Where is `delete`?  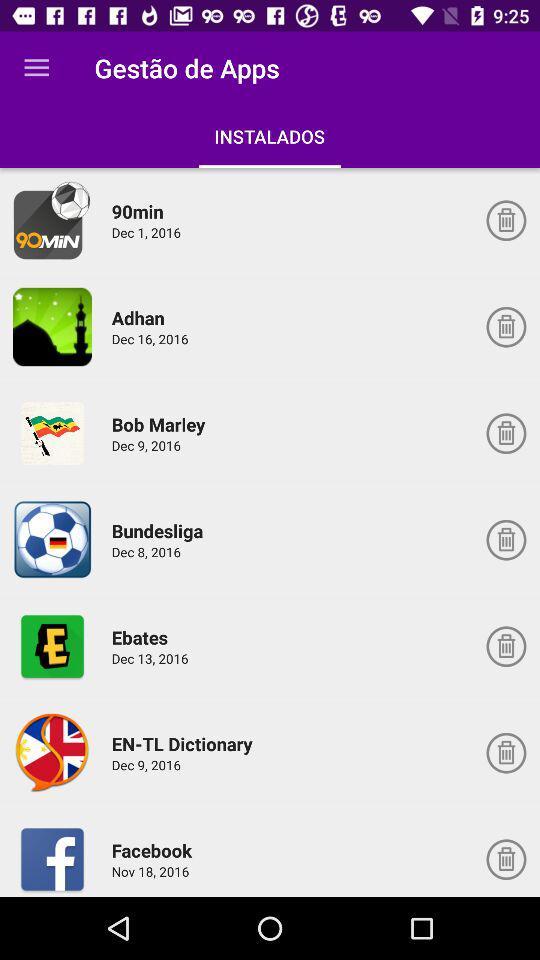
delete is located at coordinates (505, 858).